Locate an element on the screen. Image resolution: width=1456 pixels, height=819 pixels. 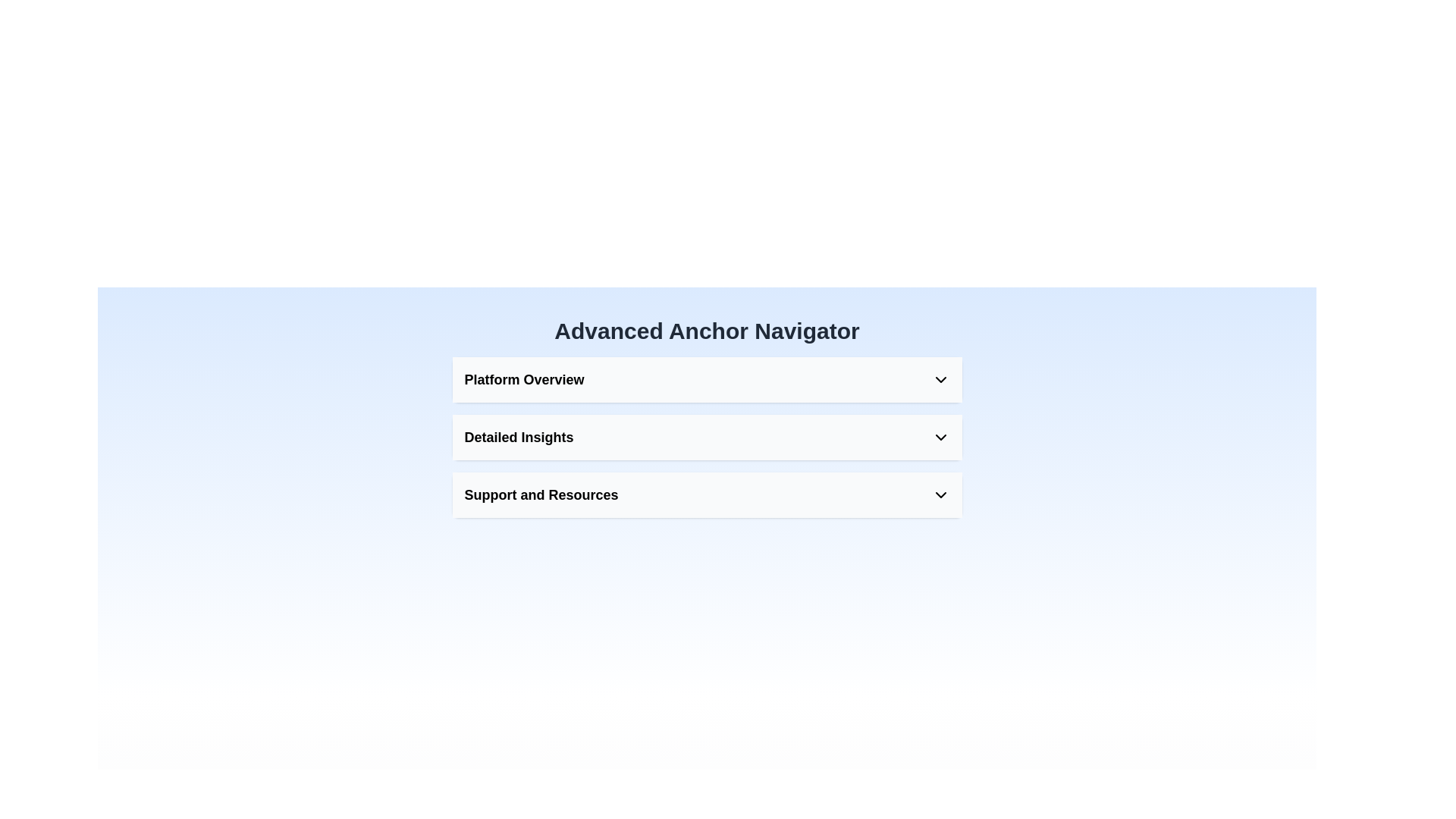
the chevron-down icon located at the far right of the 'Detailed Insights' row is located at coordinates (940, 438).